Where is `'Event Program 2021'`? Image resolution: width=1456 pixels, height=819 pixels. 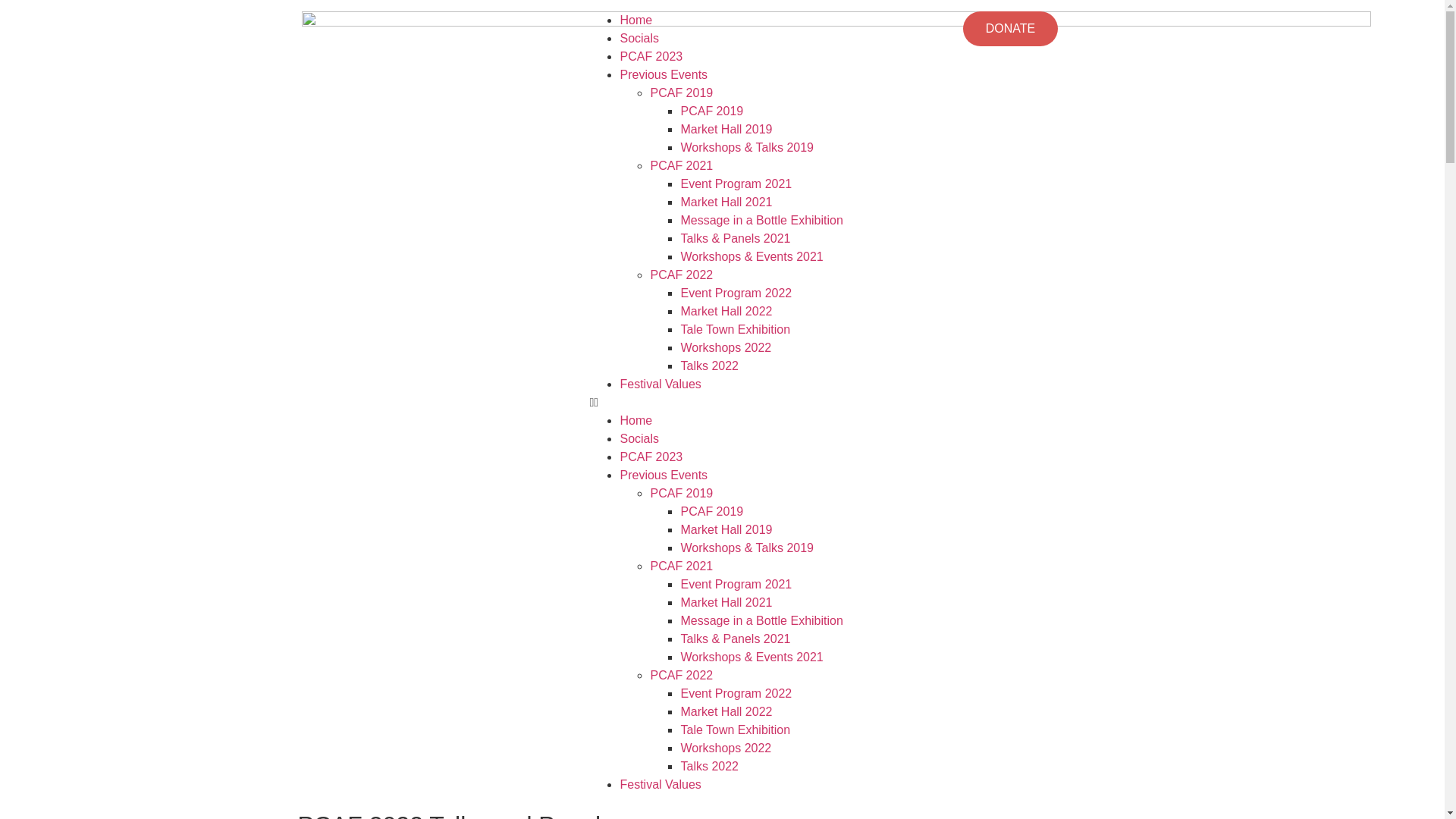
'Event Program 2021' is located at coordinates (736, 183).